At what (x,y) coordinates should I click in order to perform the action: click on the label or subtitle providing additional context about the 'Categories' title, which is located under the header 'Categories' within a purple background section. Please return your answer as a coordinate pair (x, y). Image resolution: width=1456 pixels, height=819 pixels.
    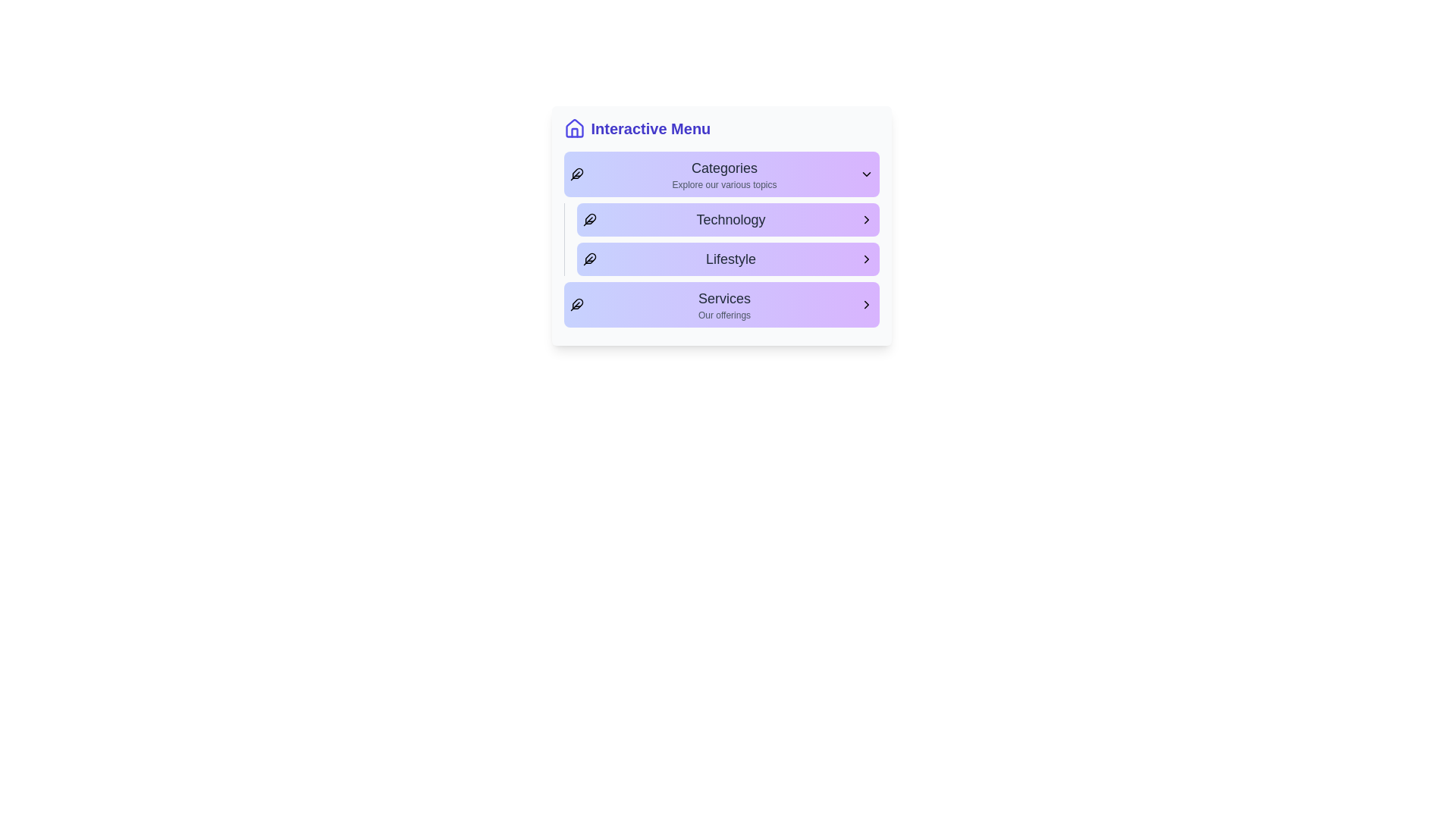
    Looking at the image, I should click on (723, 184).